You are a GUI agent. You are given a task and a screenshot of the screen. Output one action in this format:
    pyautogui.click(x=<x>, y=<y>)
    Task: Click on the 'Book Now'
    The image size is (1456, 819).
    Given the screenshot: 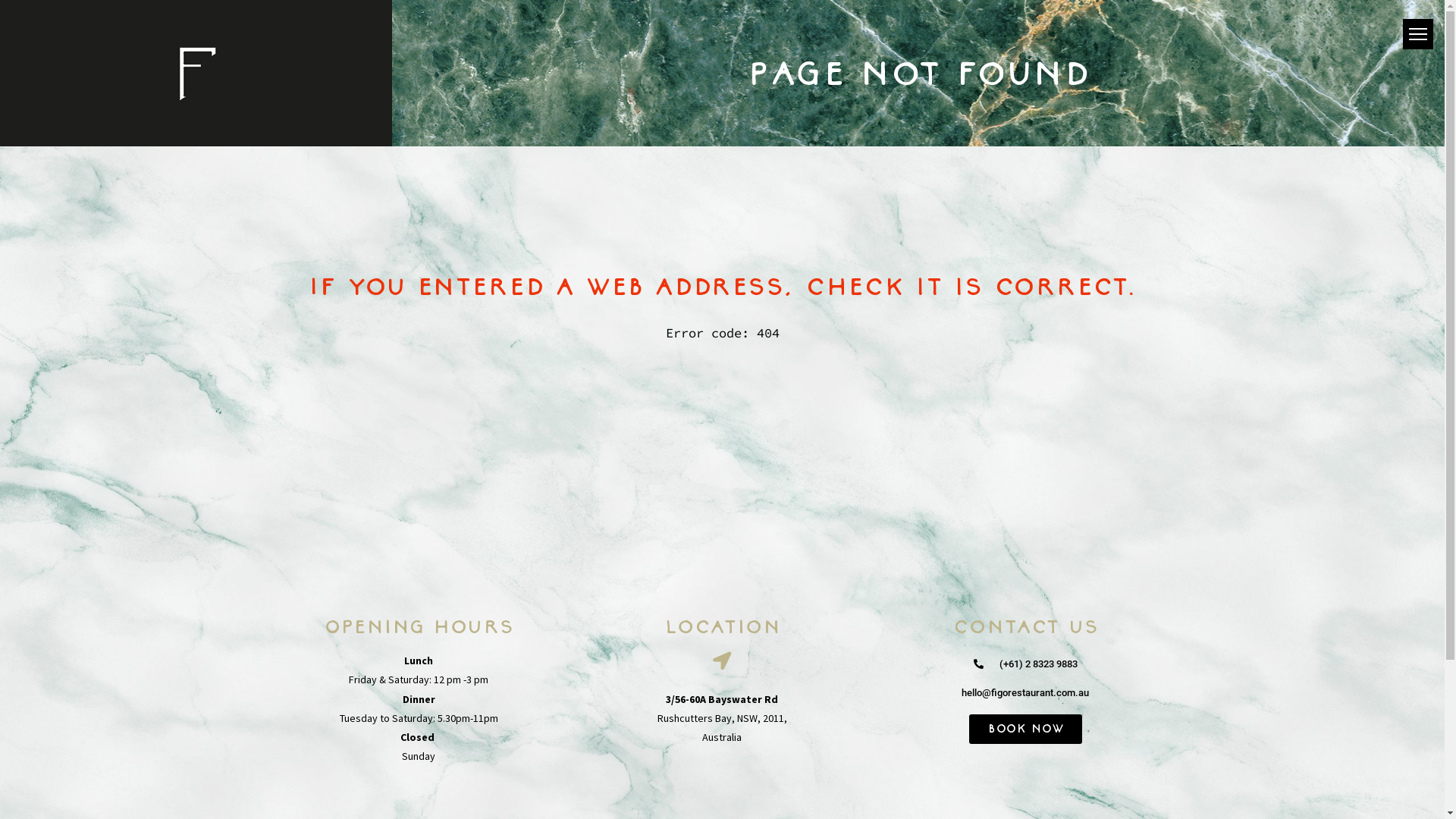 What is the action you would take?
    pyautogui.click(x=1025, y=728)
    